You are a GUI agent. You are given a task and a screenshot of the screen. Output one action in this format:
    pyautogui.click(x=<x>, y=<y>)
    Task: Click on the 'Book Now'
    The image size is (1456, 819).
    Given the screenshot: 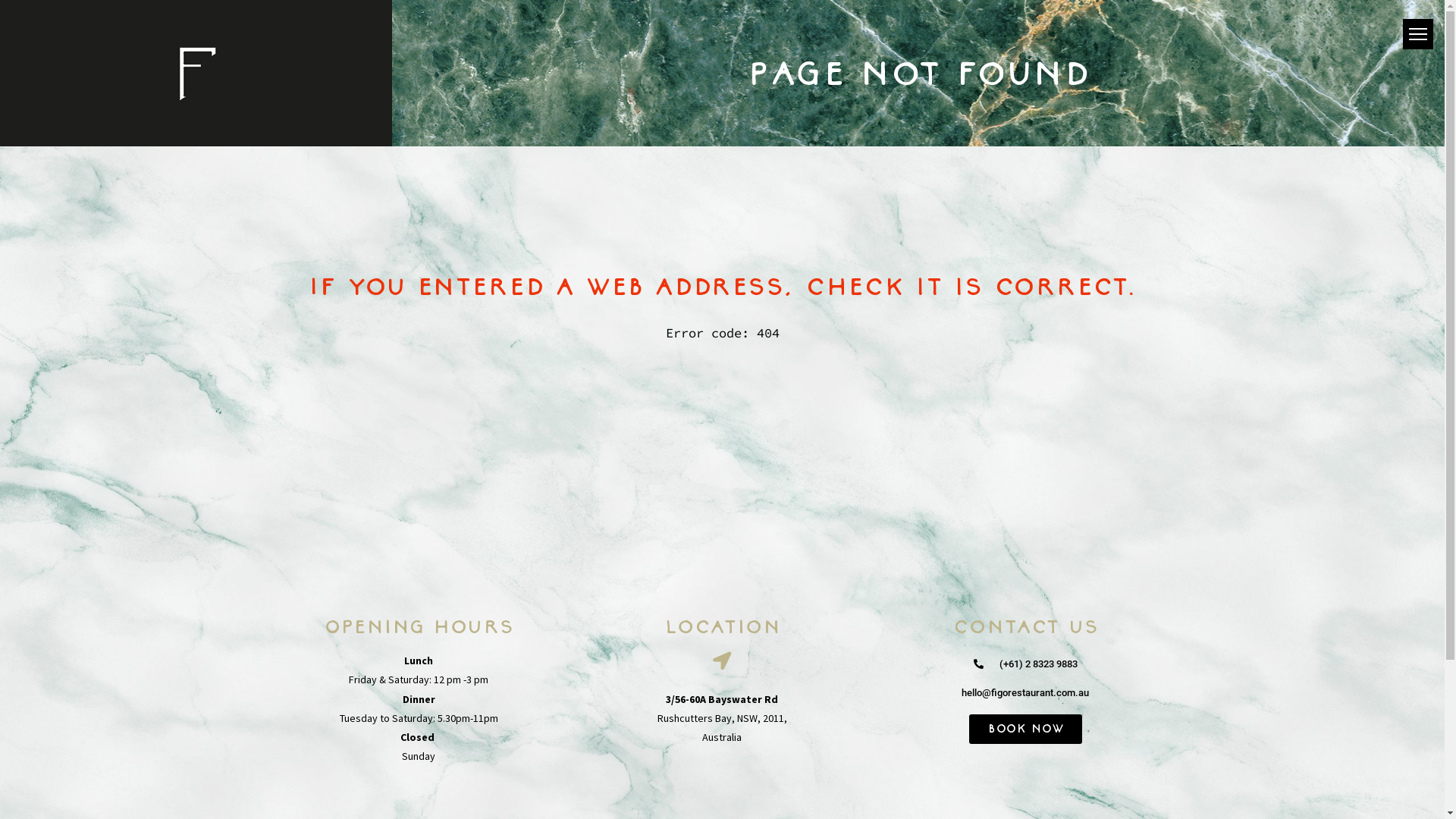 What is the action you would take?
    pyautogui.click(x=1025, y=728)
    